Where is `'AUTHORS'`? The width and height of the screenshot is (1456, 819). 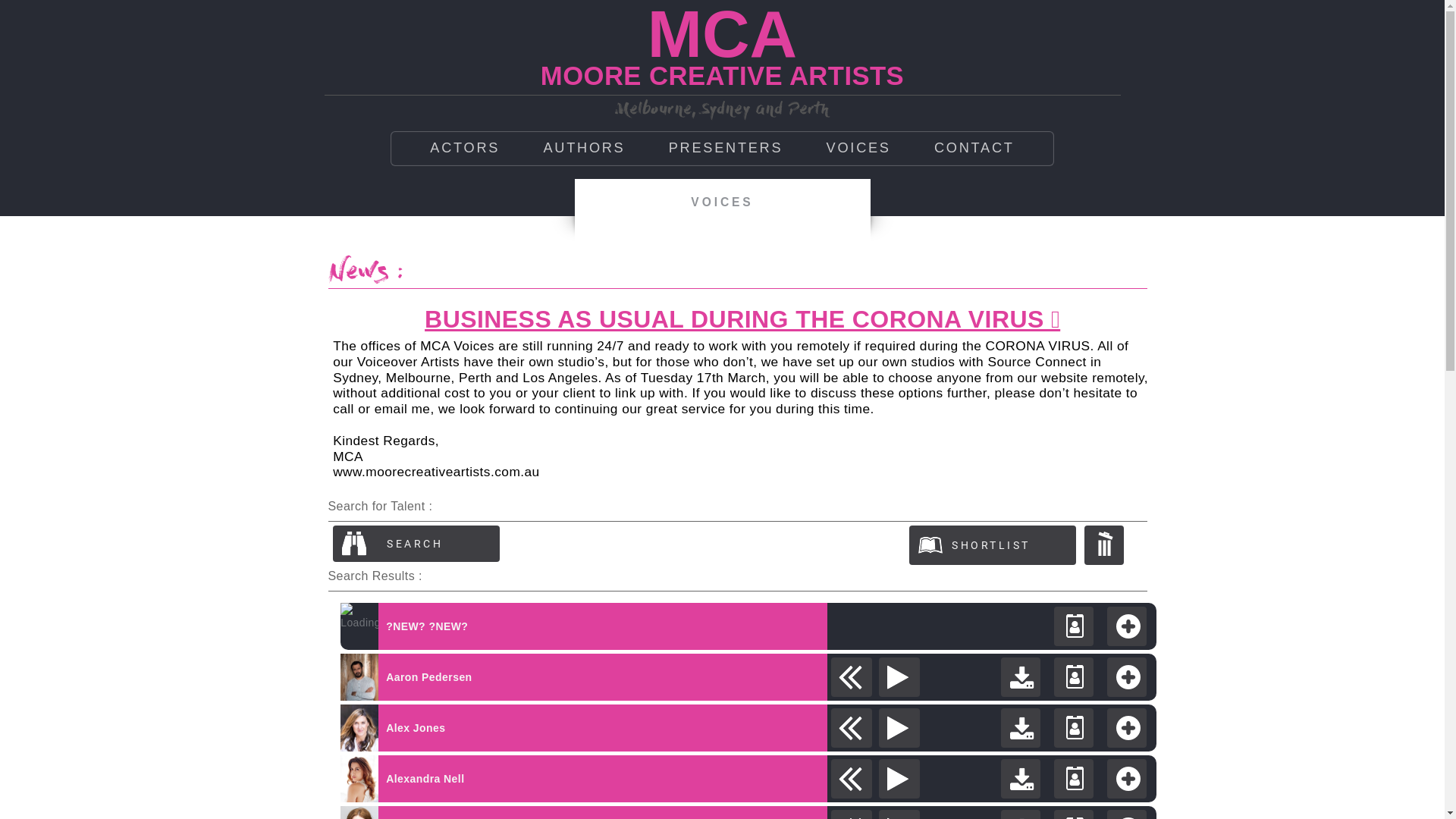 'AUTHORS' is located at coordinates (582, 149).